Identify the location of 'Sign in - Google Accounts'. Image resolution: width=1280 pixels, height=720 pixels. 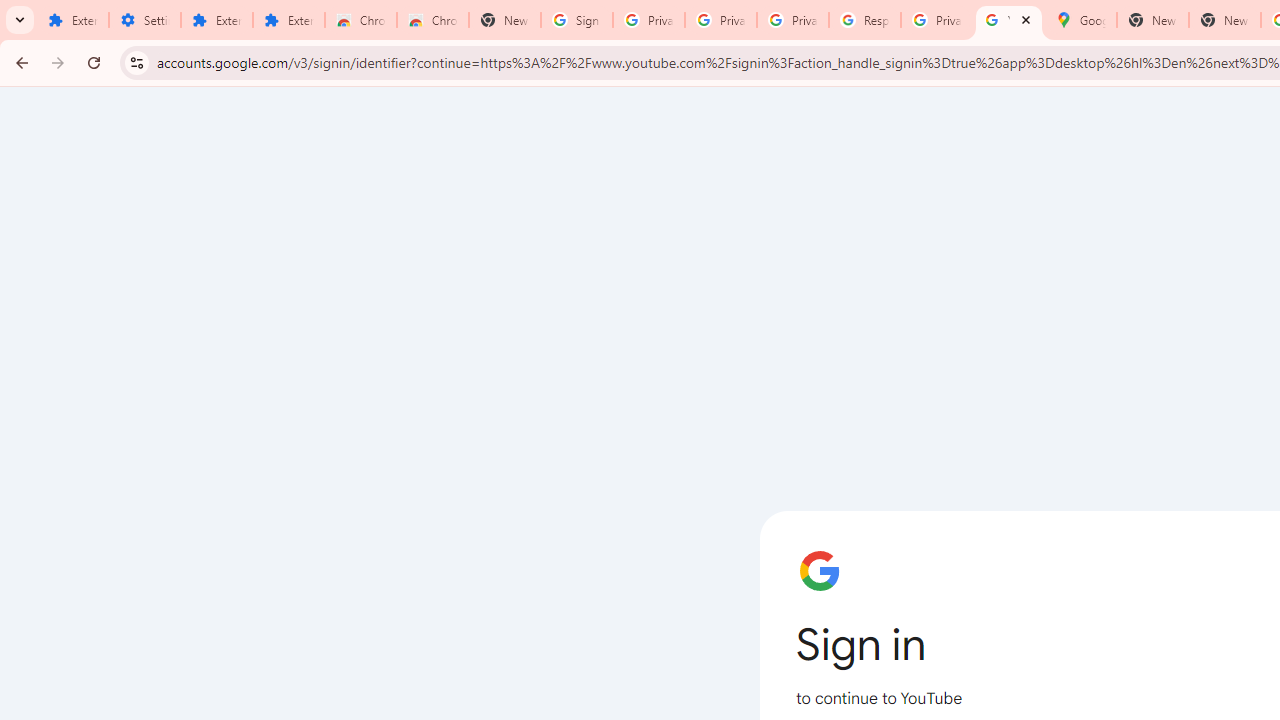
(576, 20).